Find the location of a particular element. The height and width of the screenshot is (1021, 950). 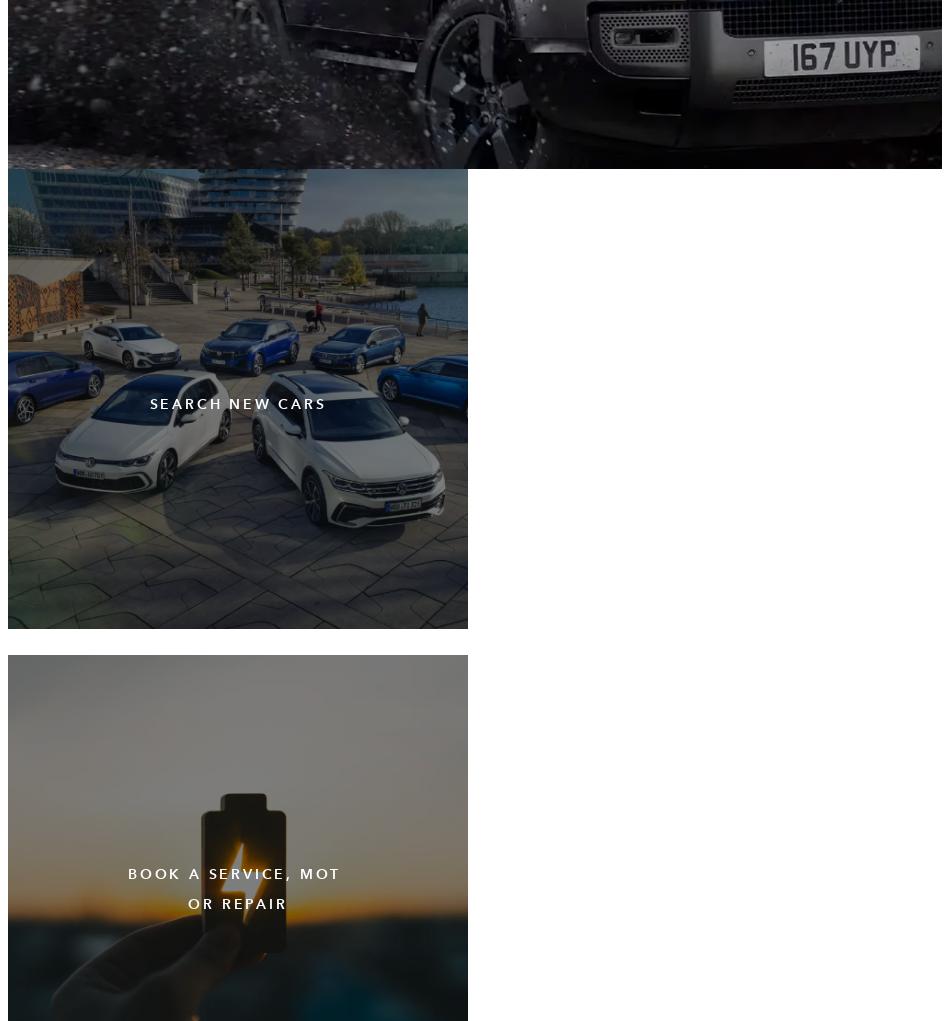

'Modern Slavery Policy' is located at coordinates (15, 72).